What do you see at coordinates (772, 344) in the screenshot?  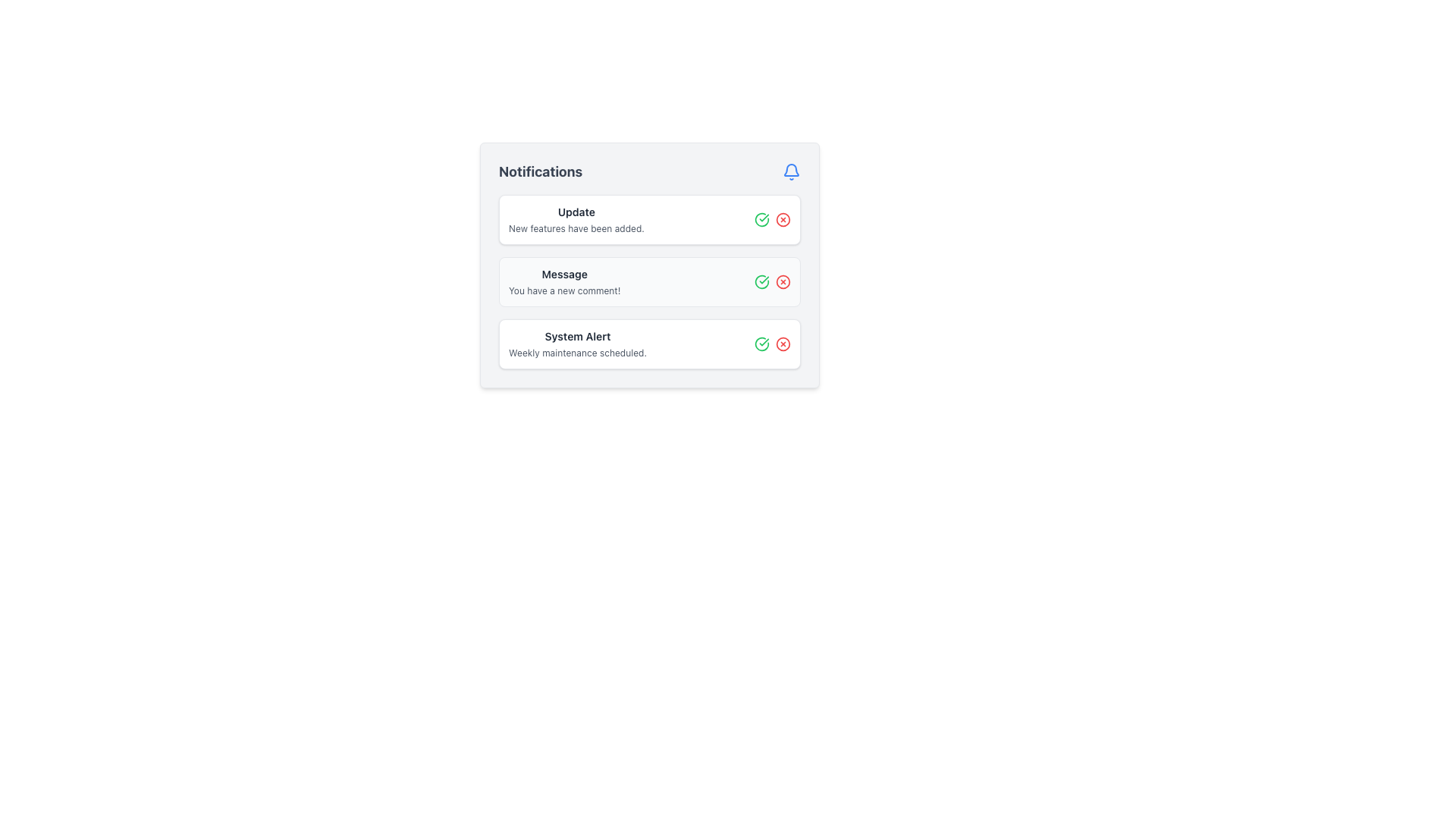 I see `the button group containing the green checkmark and red cross icons in the bottom-right corner of the 'System Alert' notification card` at bounding box center [772, 344].